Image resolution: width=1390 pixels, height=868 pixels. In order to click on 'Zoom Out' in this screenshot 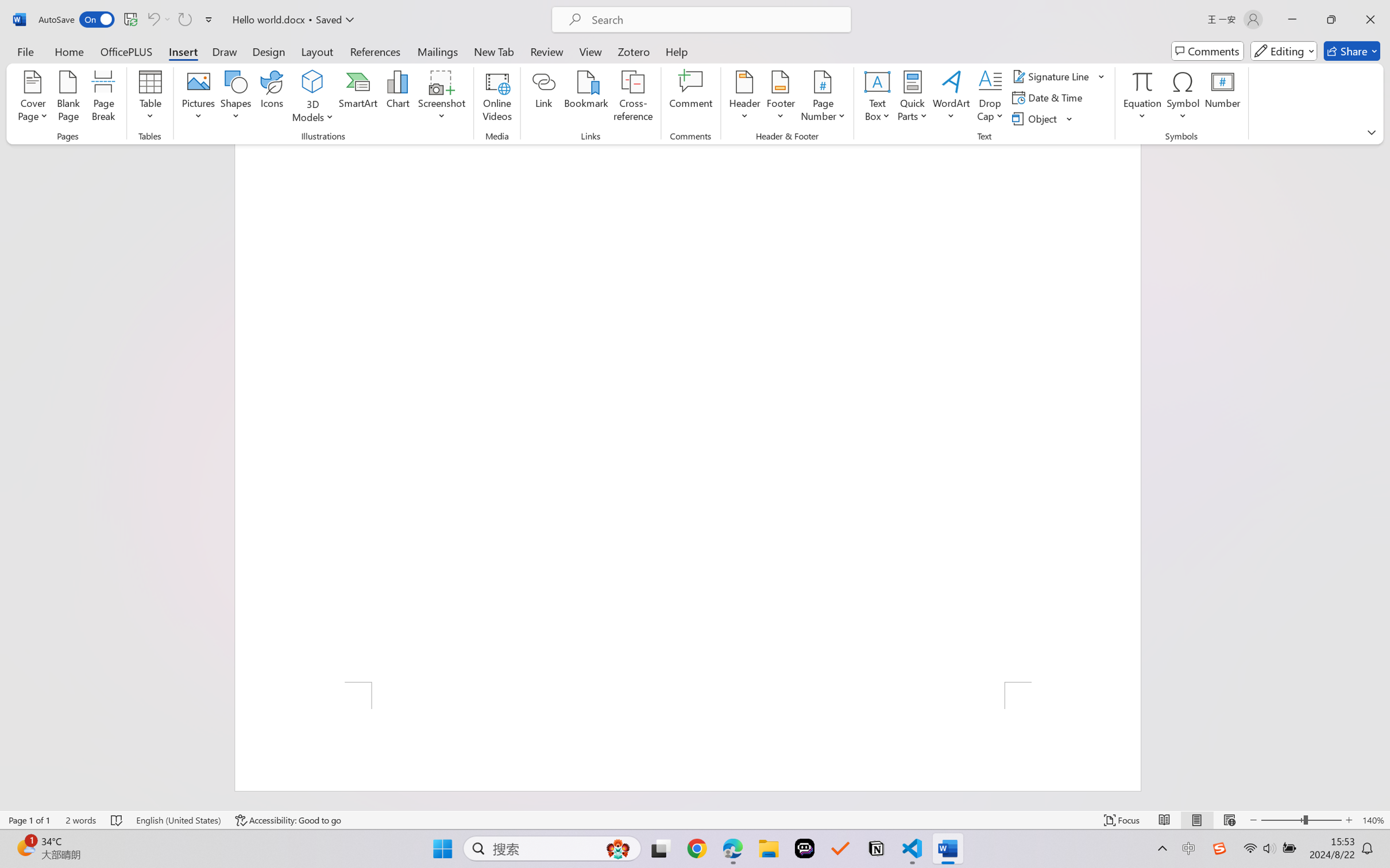, I will do `click(1281, 820)`.